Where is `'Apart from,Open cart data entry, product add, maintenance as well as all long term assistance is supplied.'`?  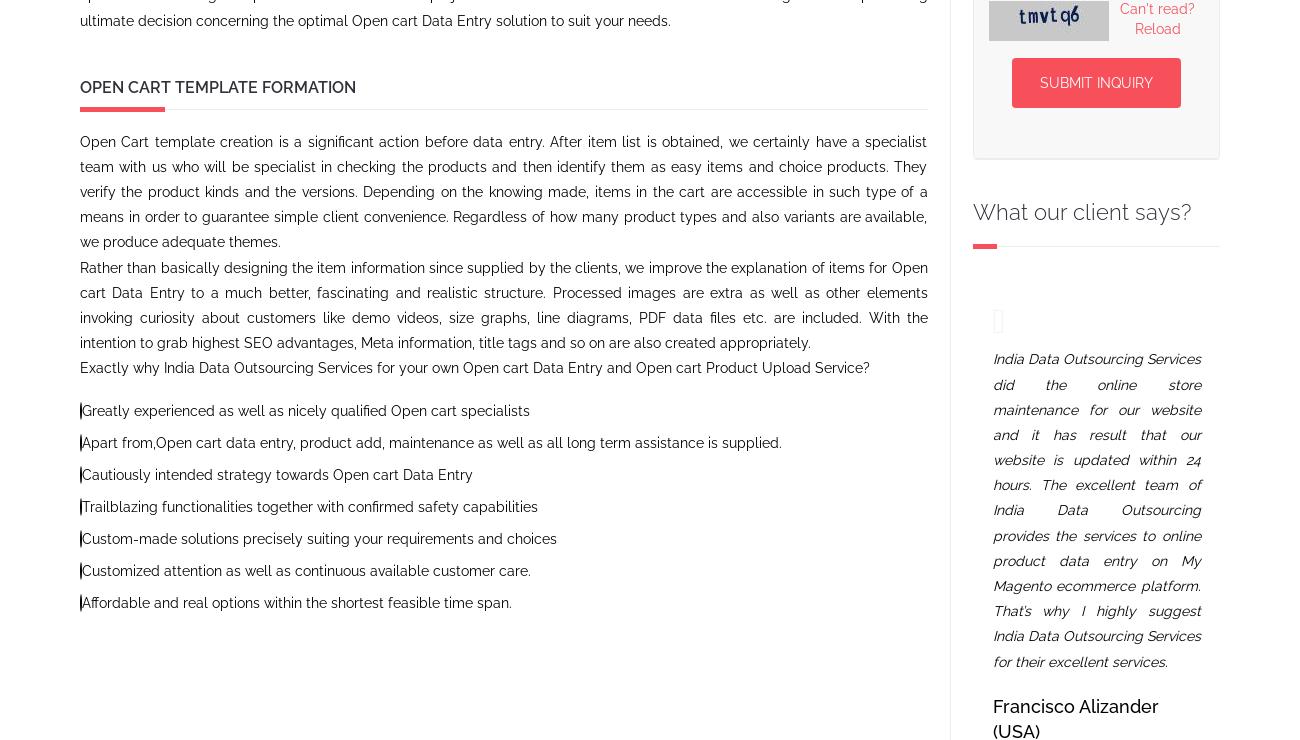 'Apart from,Open cart data entry, product add, maintenance as well as all long term assistance is supplied.' is located at coordinates (82, 441).